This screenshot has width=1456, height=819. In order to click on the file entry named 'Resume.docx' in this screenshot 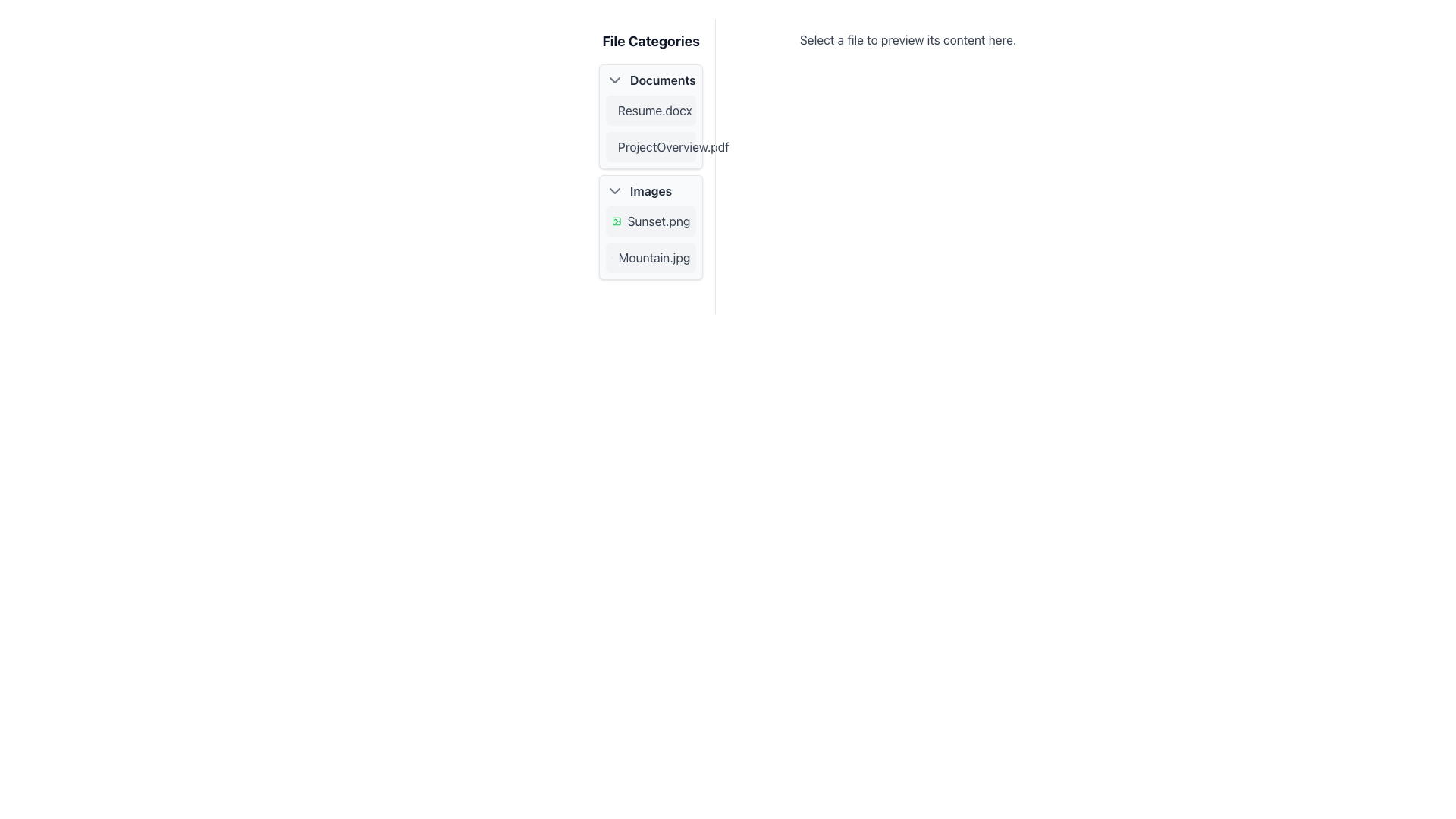, I will do `click(651, 110)`.